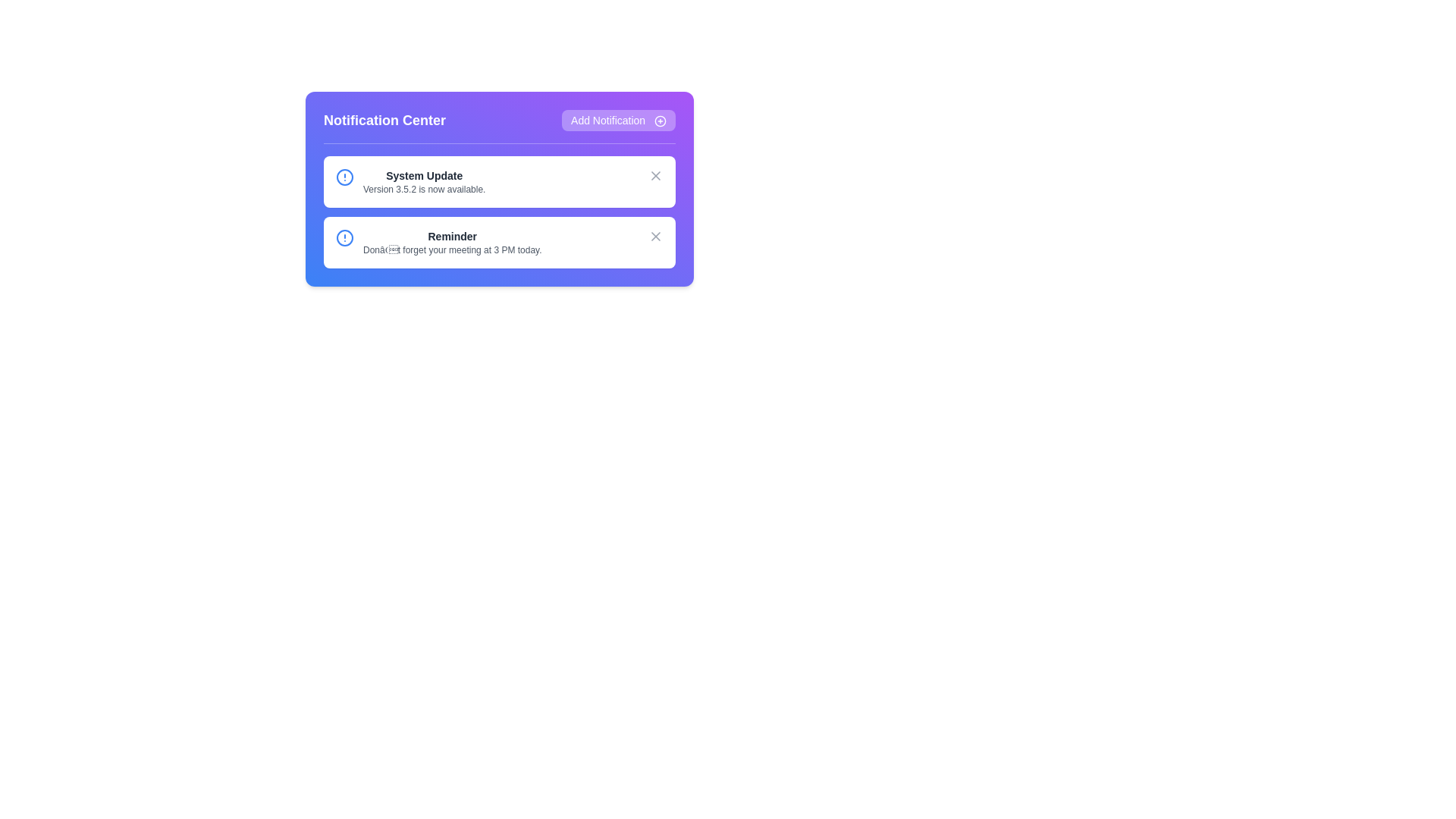  What do you see at coordinates (655, 174) in the screenshot?
I see `the close button icon of the 'System Update' notification` at bounding box center [655, 174].